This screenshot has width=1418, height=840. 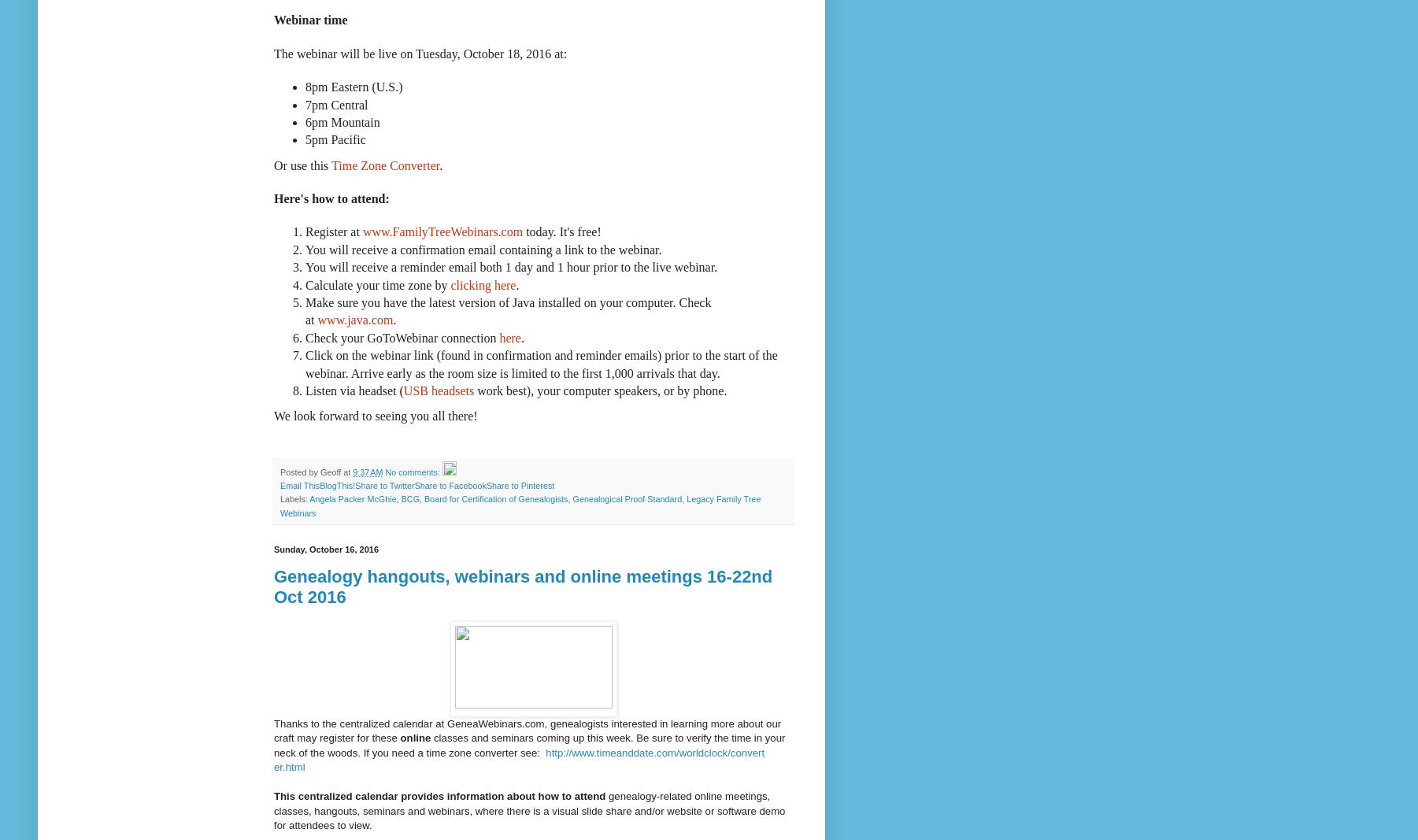 What do you see at coordinates (510, 267) in the screenshot?
I see `'You will receive a reminder email both 1 day and 1 hour prior to the live webinar.'` at bounding box center [510, 267].